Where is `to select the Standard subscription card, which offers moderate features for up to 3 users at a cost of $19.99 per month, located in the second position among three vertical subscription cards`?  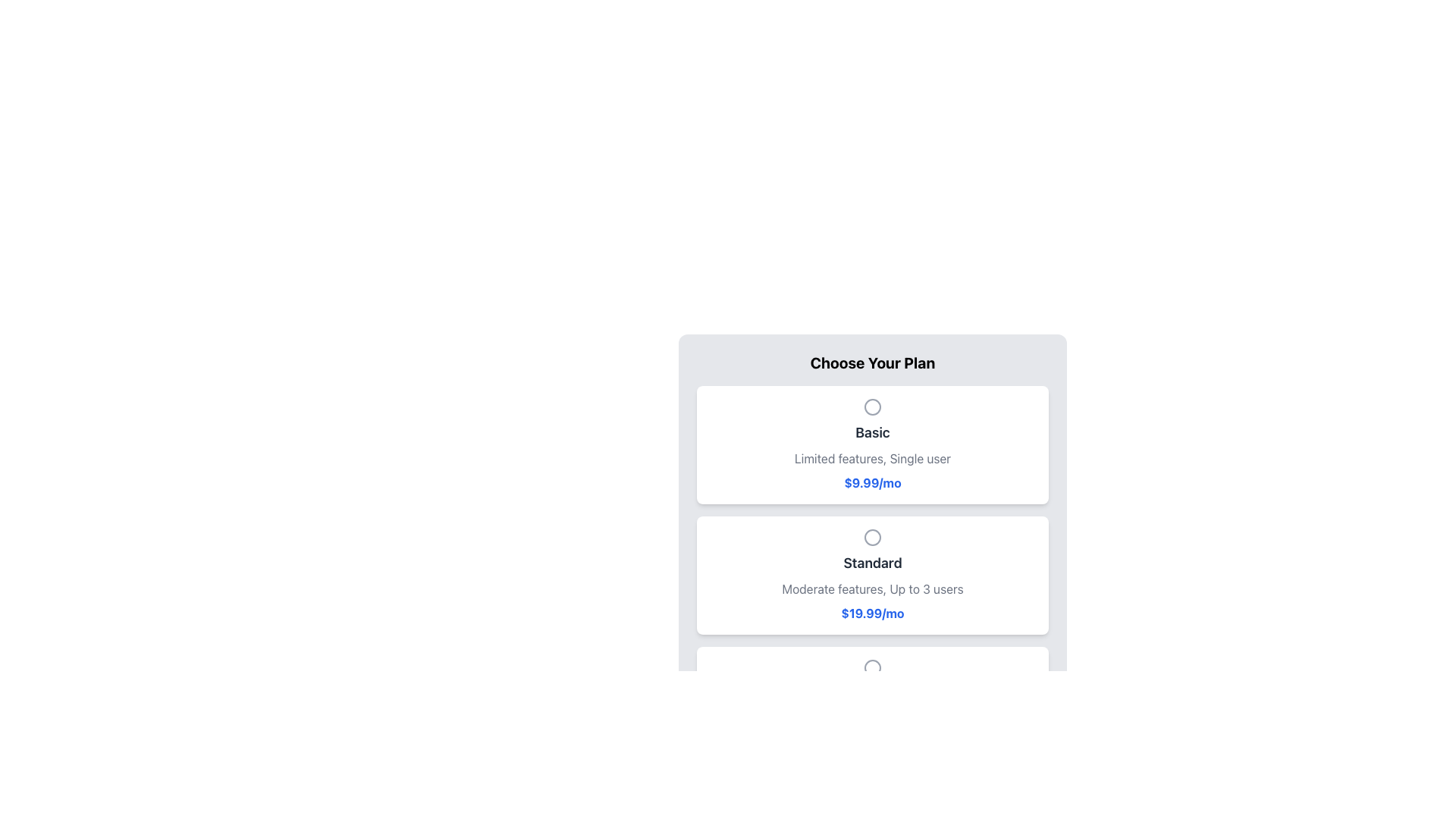 to select the Standard subscription card, which offers moderate features for up to 3 users at a cost of $19.99 per month, located in the second position among three vertical subscription cards is located at coordinates (873, 576).